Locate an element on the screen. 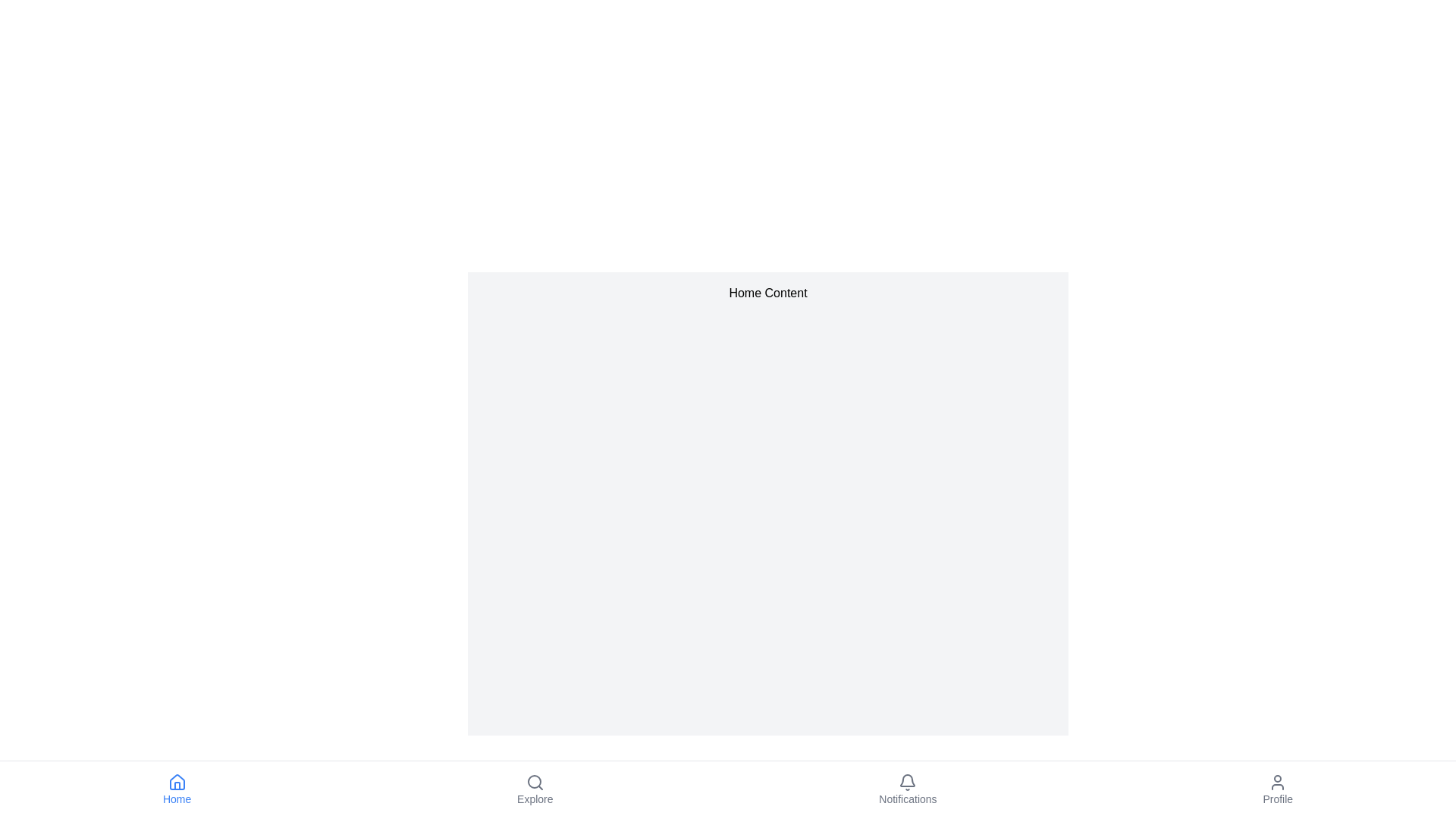 The height and width of the screenshot is (819, 1456). the 'Explore' button, which is the second navigation item from the left in the bottom navigation bar is located at coordinates (535, 789).